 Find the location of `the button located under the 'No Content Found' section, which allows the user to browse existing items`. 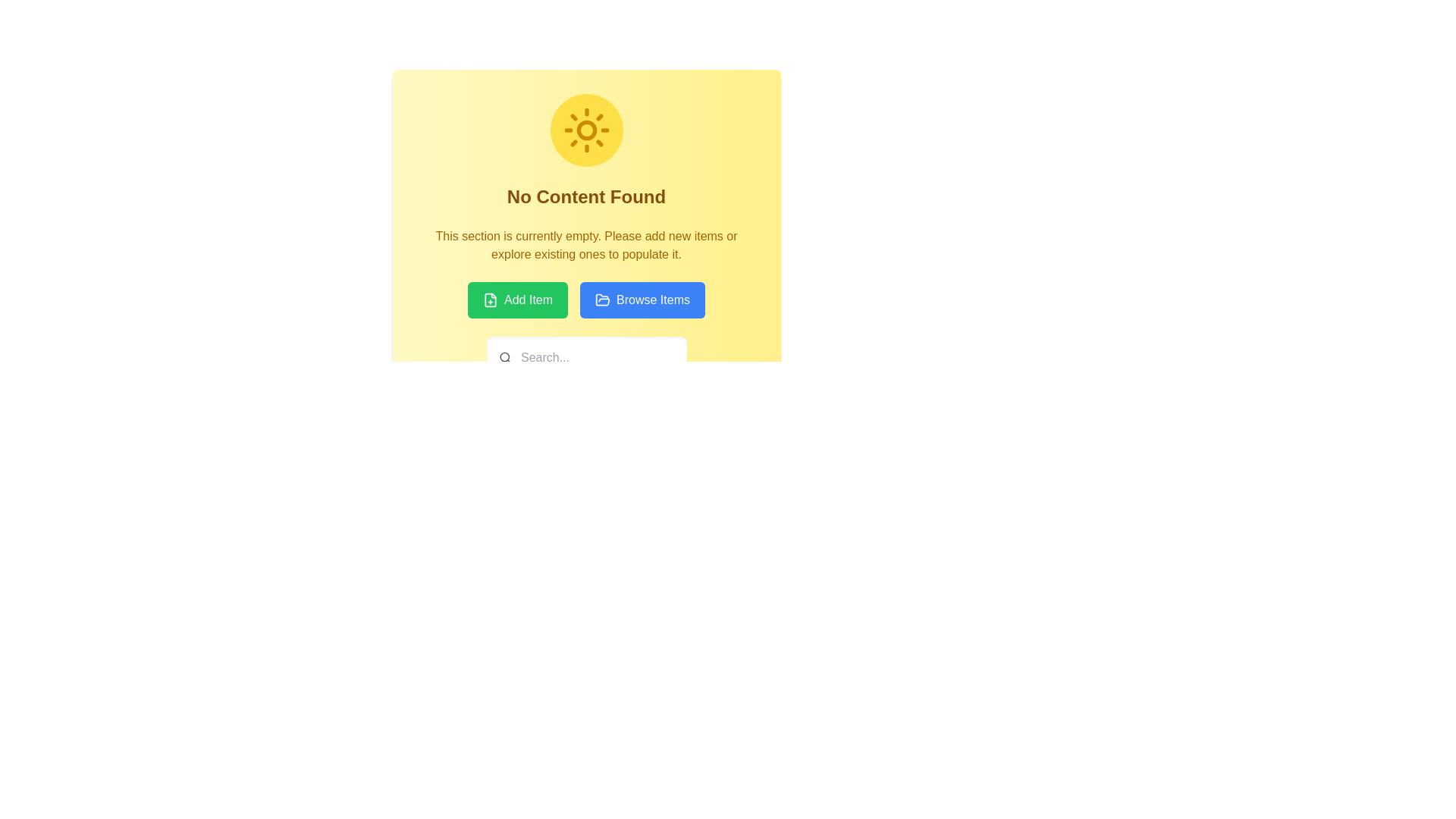

the button located under the 'No Content Found' section, which allows the user to browse existing items is located at coordinates (642, 300).